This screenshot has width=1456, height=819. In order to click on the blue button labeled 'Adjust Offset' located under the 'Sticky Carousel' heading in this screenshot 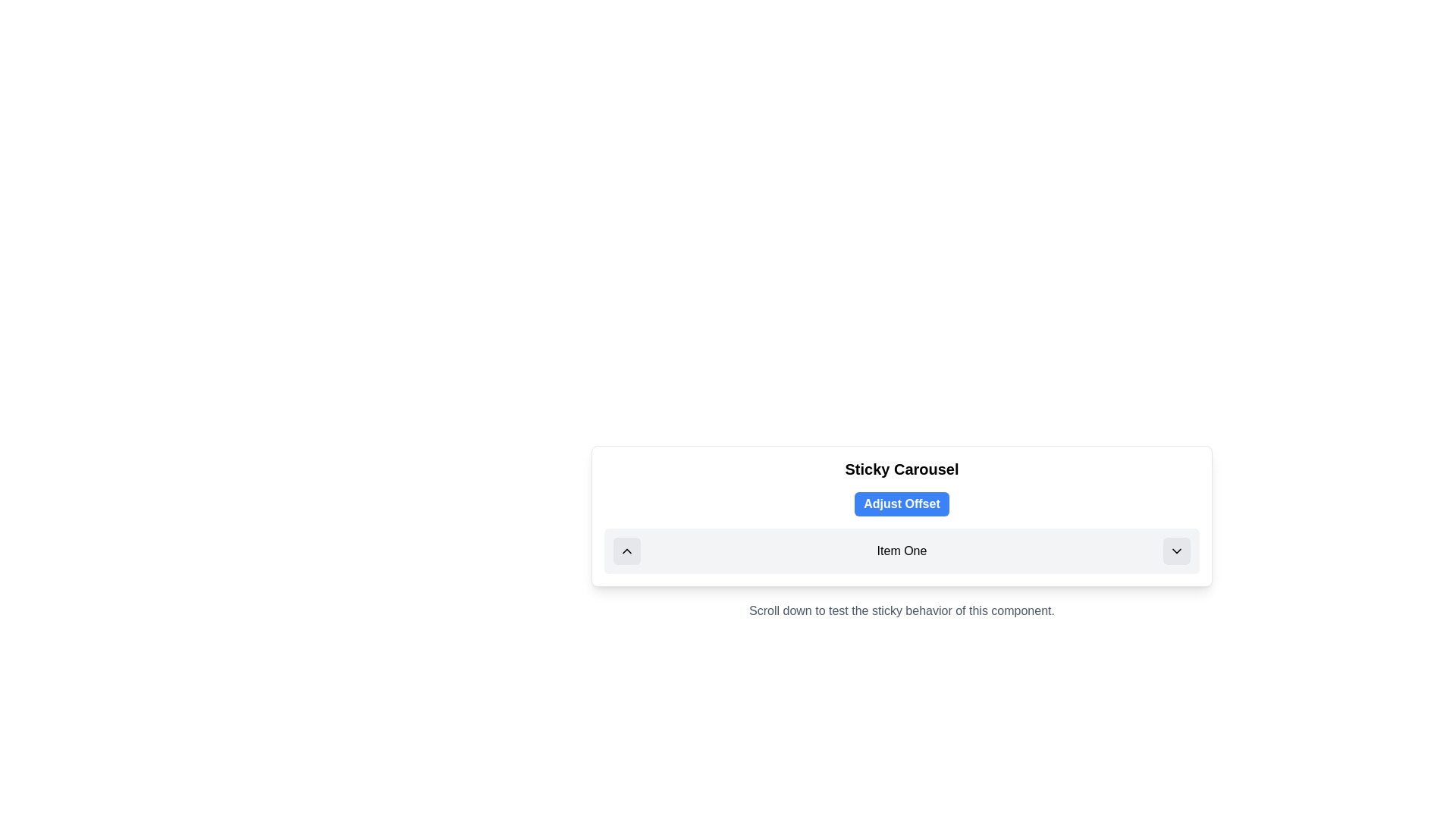, I will do `click(902, 516)`.